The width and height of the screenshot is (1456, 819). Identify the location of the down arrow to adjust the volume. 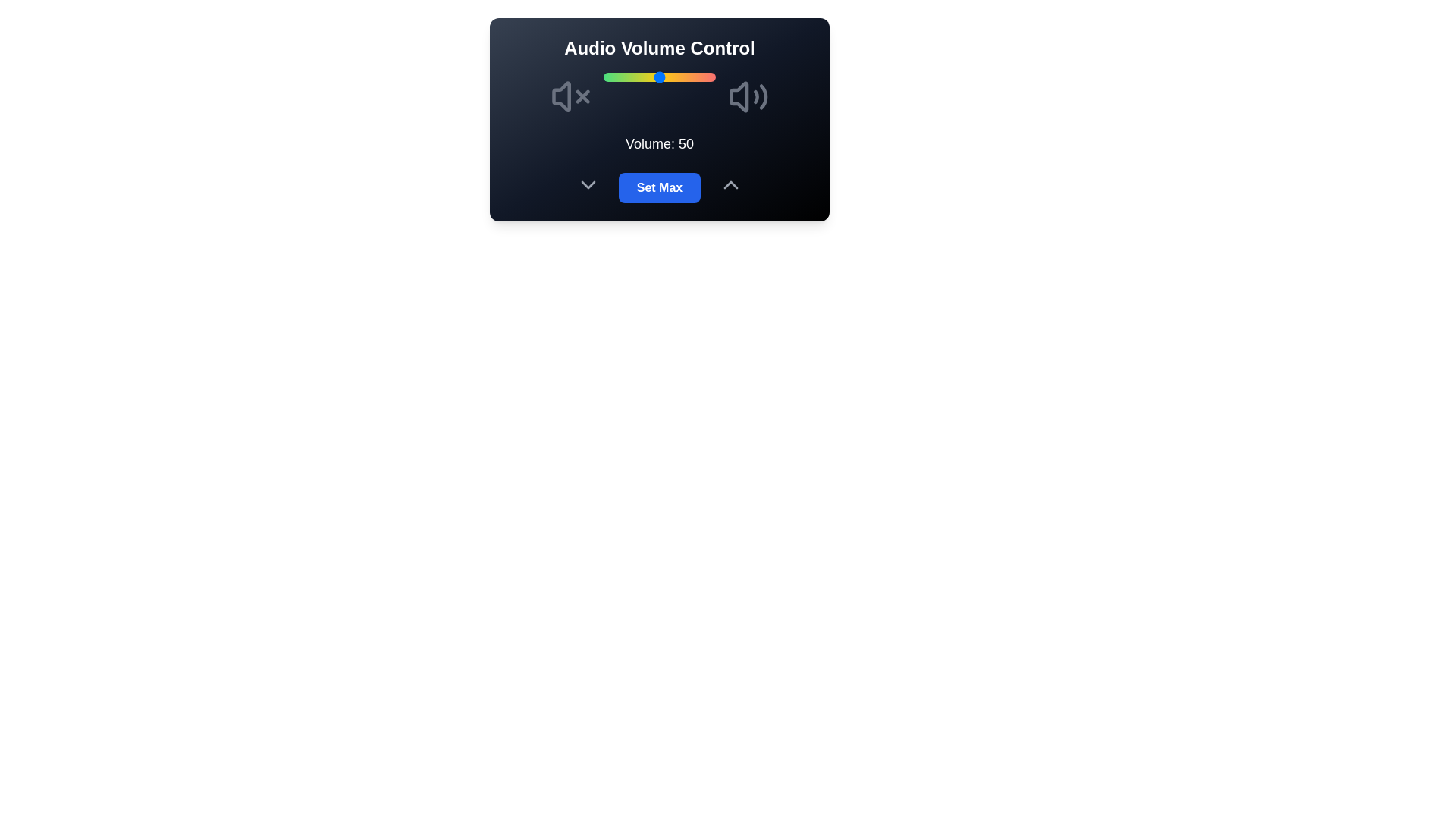
(588, 184).